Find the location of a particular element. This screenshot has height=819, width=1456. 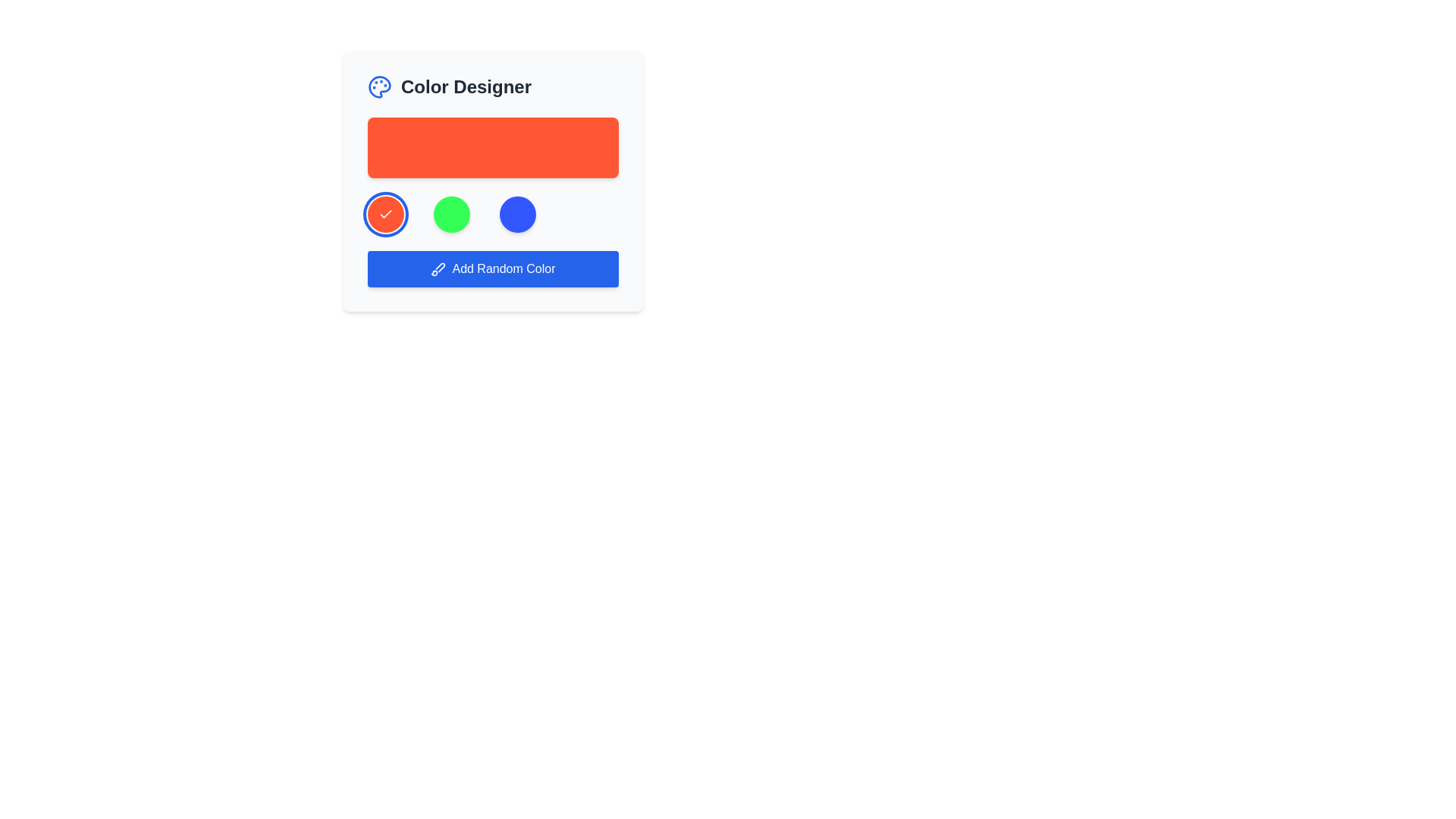

the checkmark icon button, which is a stylized rounded checkmark on an orange circular background, located within a blue ring outline, positioned on the left side of a row of three circular buttons is located at coordinates (385, 214).